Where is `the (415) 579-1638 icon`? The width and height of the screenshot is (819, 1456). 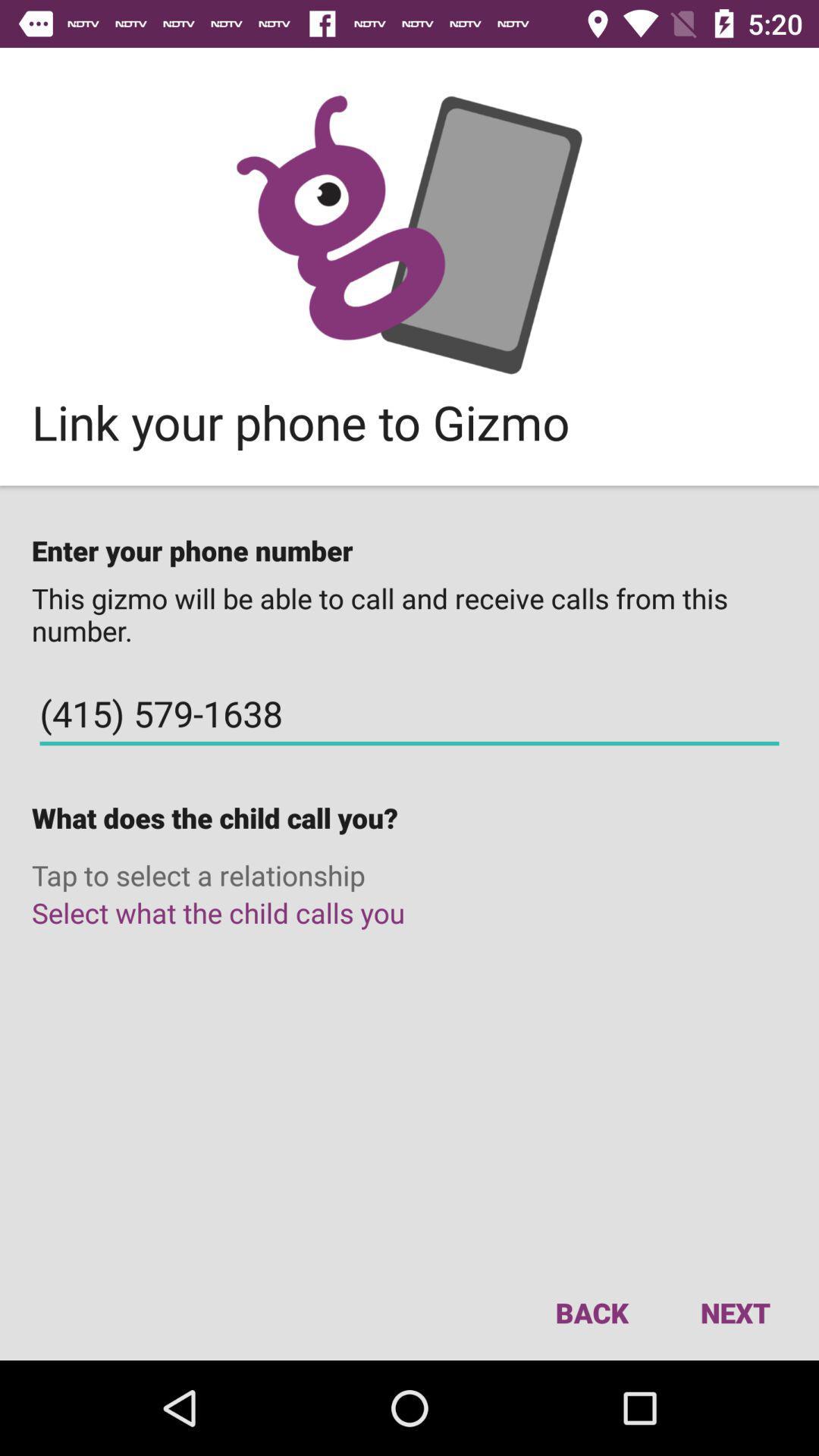 the (415) 579-1638 icon is located at coordinates (409, 713).